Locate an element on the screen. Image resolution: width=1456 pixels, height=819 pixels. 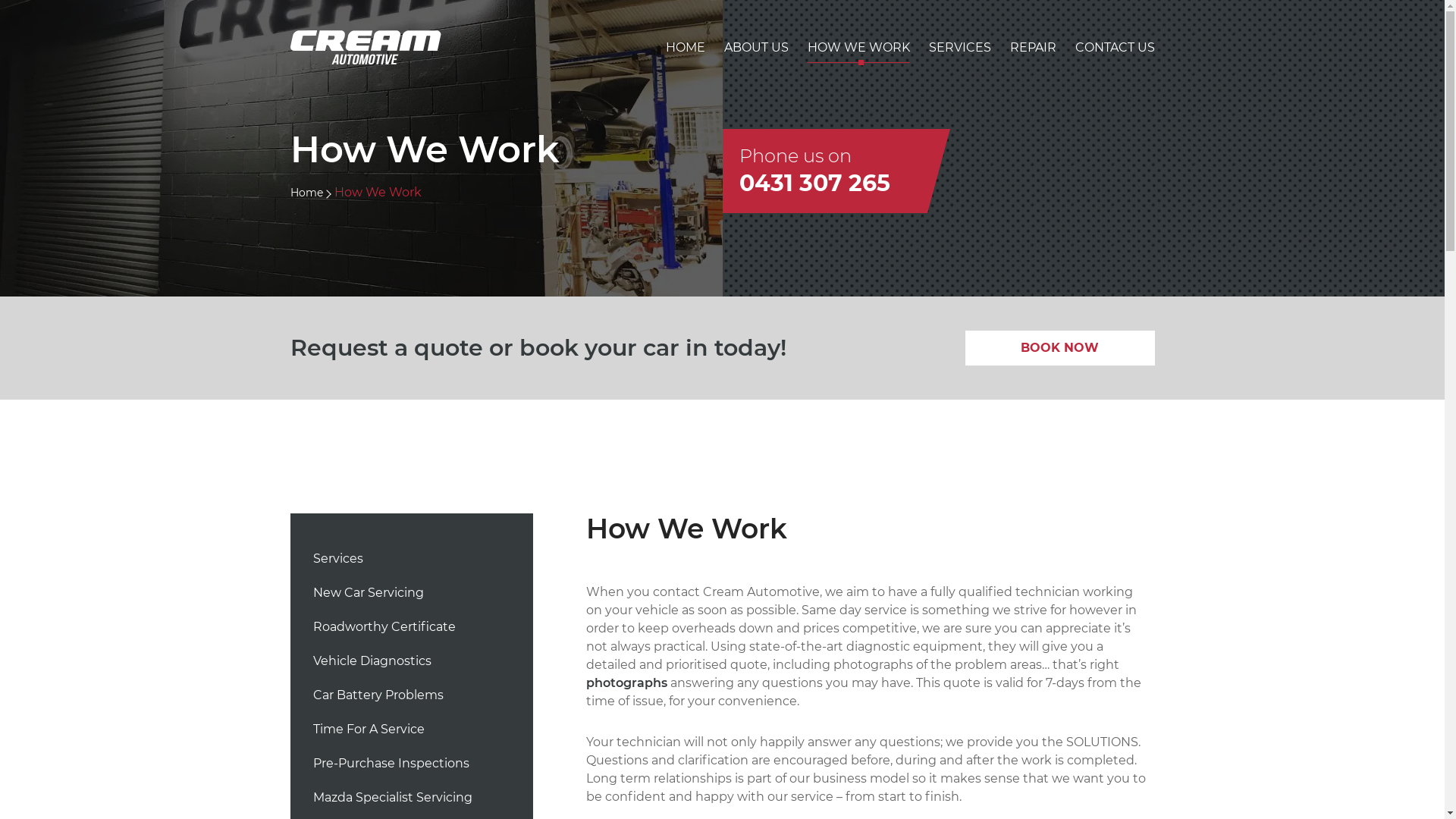
'Time For A Service' is located at coordinates (368, 734).